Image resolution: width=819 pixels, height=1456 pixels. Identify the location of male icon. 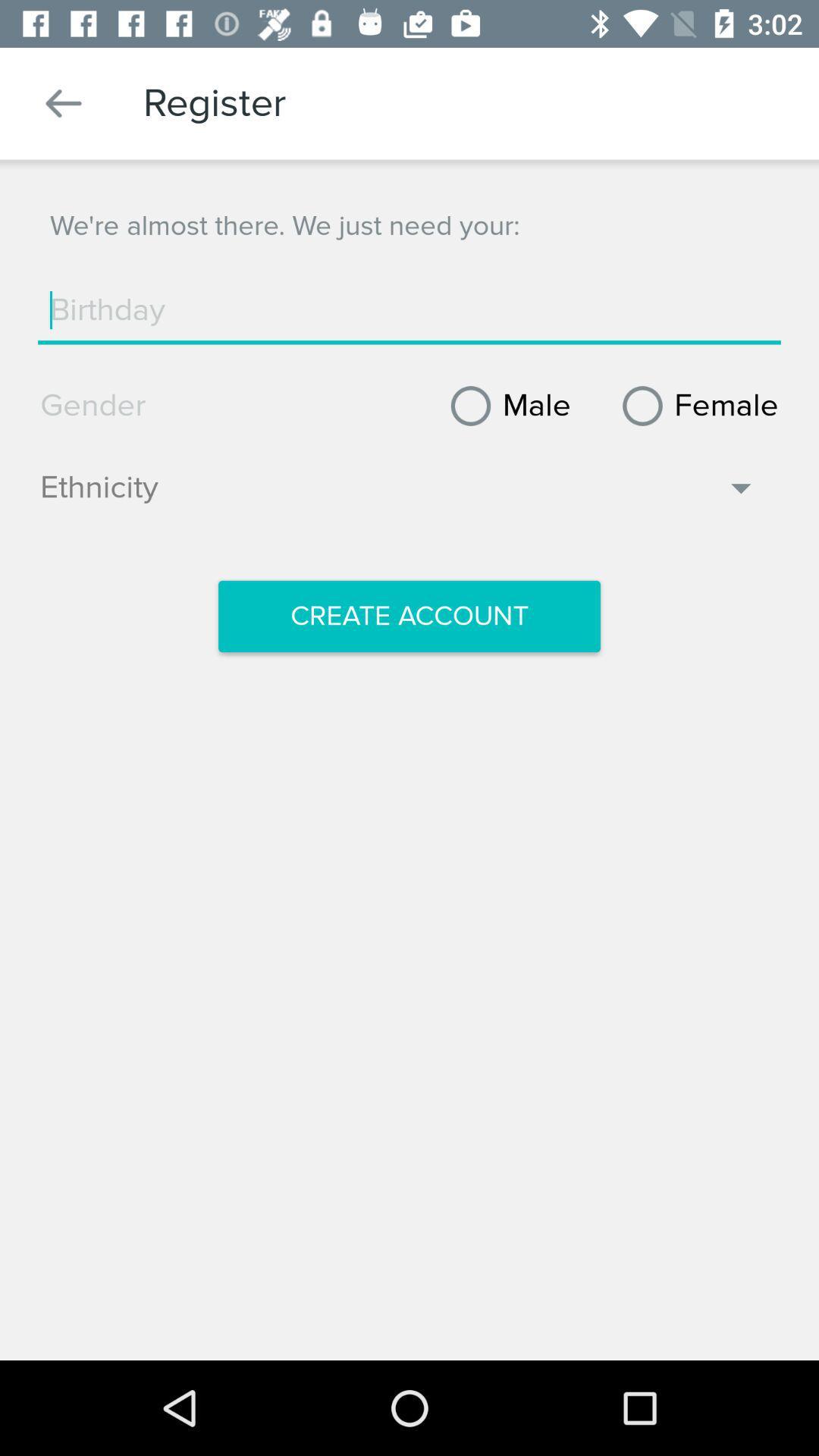
(505, 406).